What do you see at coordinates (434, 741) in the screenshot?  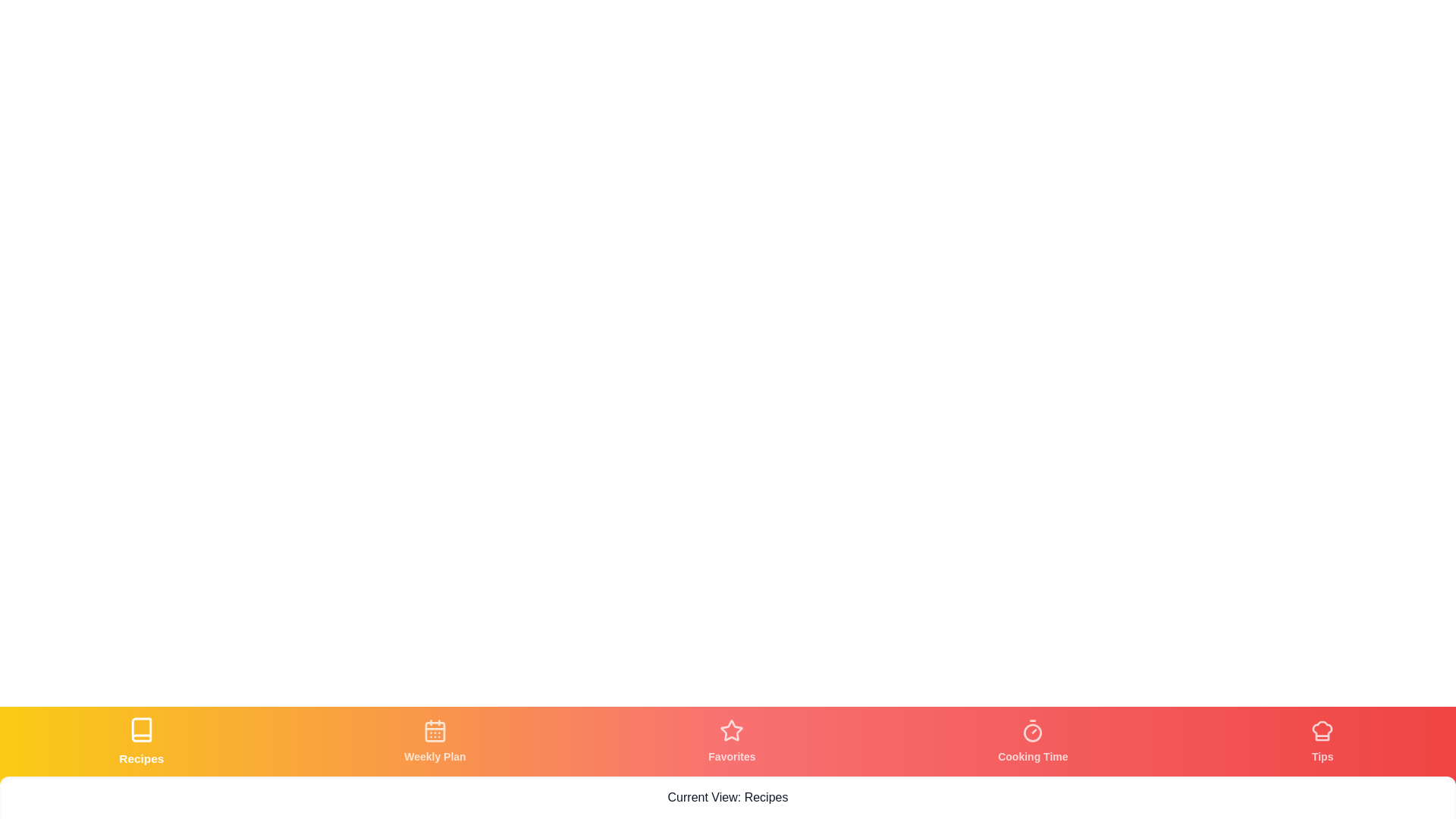 I see `the tab corresponding to Weekly Plan by clicking its icon or label` at bounding box center [434, 741].